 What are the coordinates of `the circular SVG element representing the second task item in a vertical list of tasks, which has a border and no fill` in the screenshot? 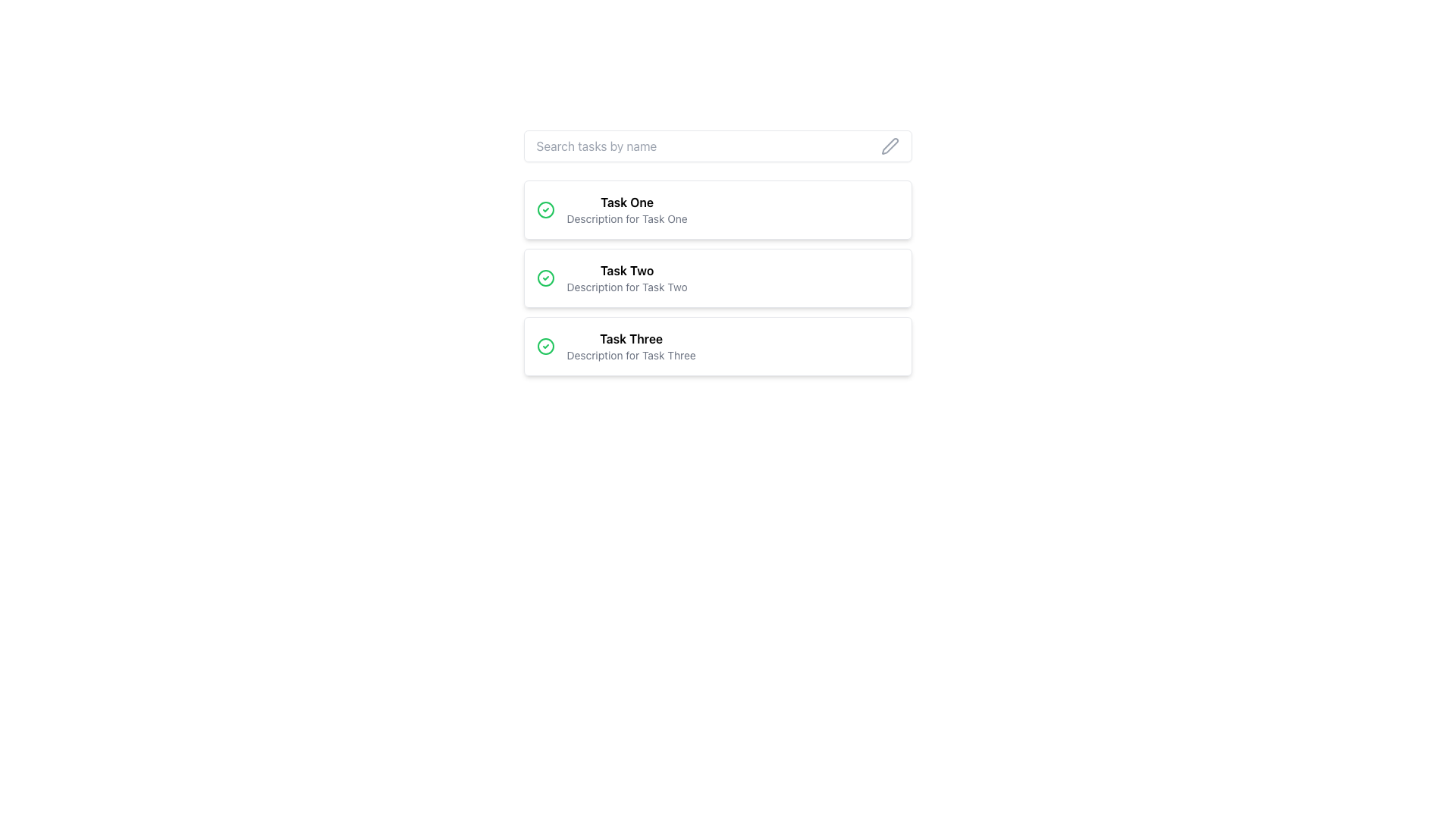 It's located at (545, 278).